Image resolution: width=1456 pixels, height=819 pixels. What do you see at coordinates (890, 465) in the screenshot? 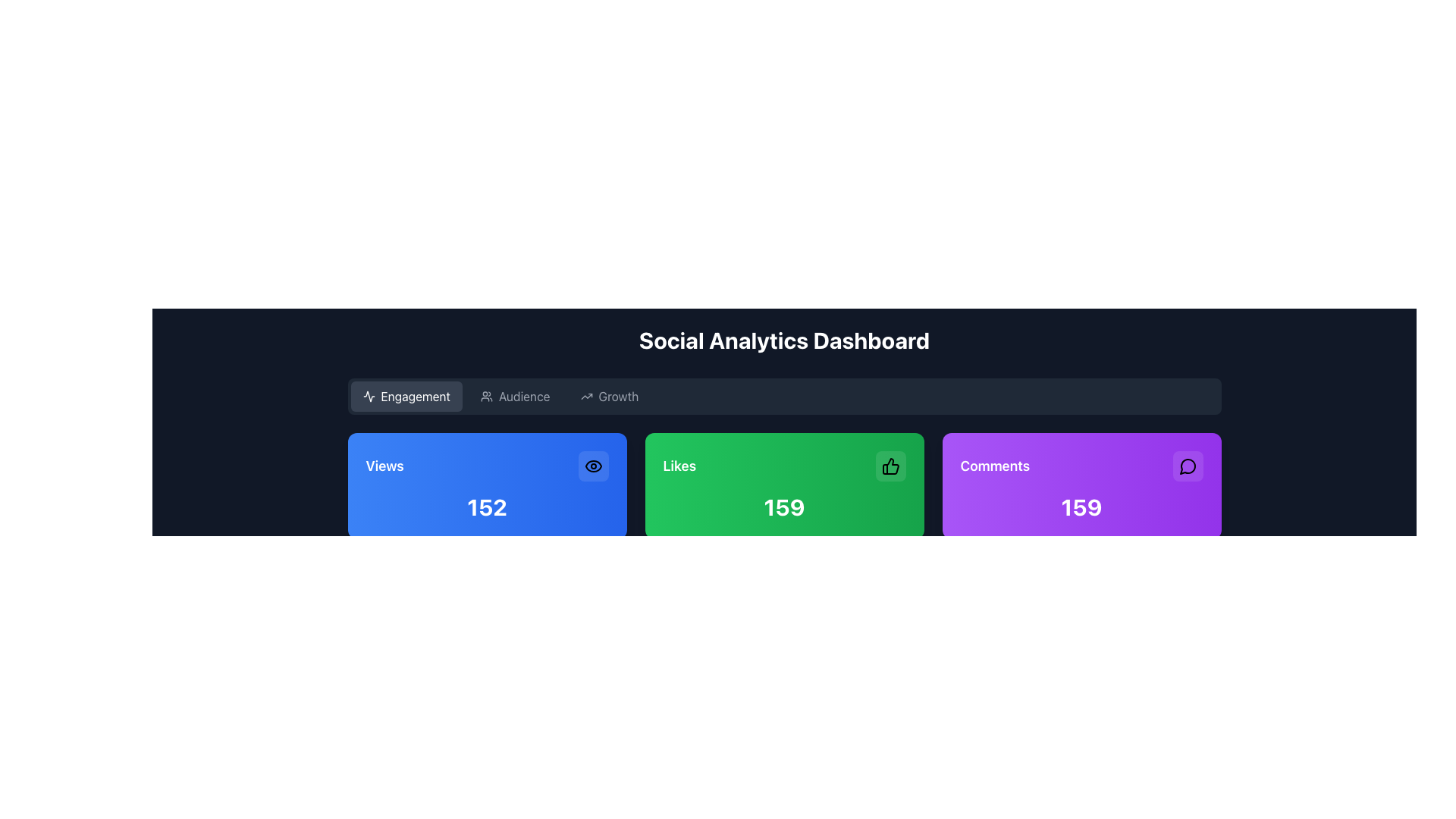
I see `the button for user engagement or acknowledgment located on the right side of the green card labeled 'Likes' in the metrics dashboard, positioned next to the number '159'` at bounding box center [890, 465].